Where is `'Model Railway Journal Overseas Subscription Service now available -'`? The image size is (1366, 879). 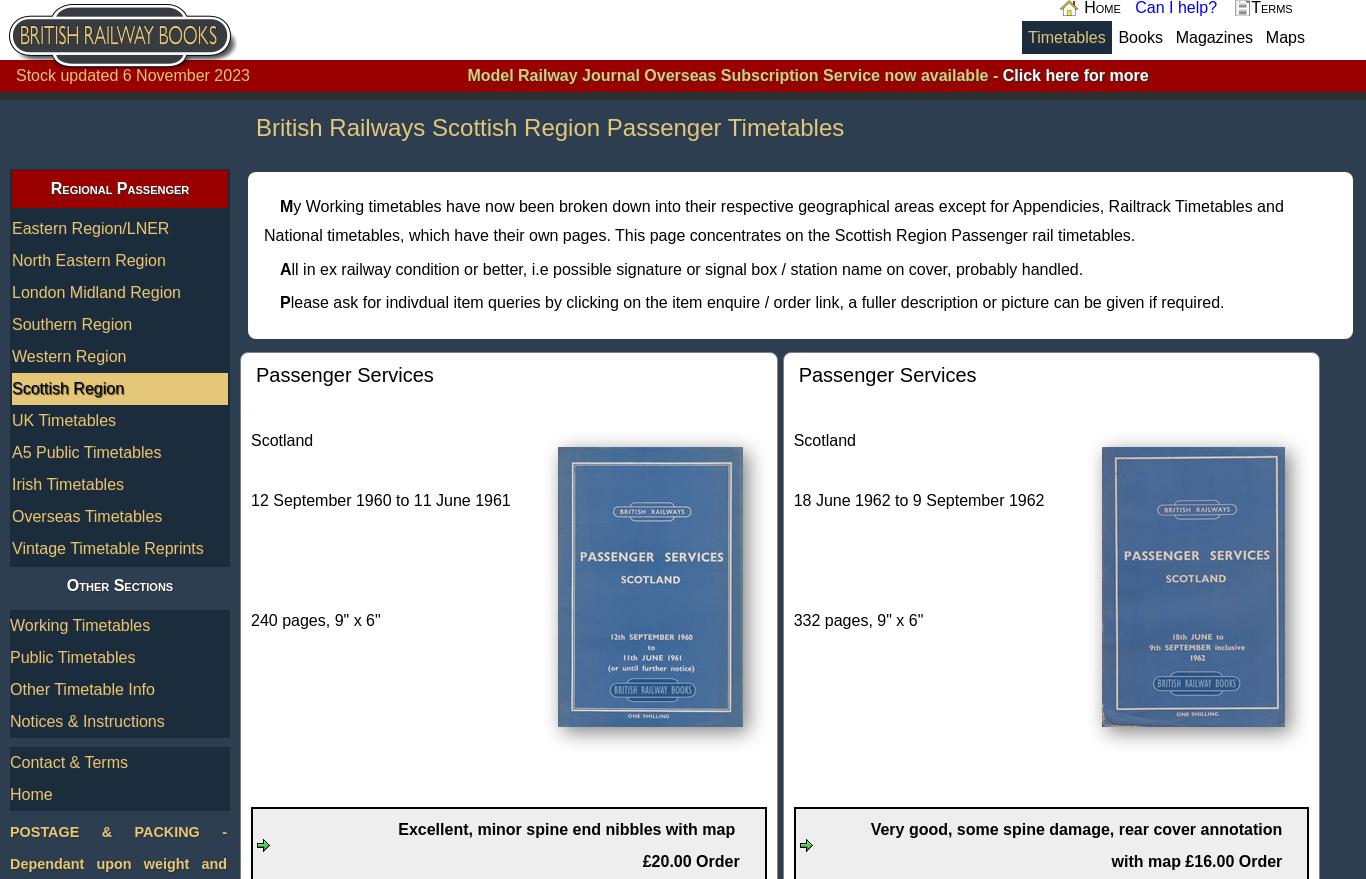 'Model Railway Journal Overseas Subscription Service now available -' is located at coordinates (734, 75).